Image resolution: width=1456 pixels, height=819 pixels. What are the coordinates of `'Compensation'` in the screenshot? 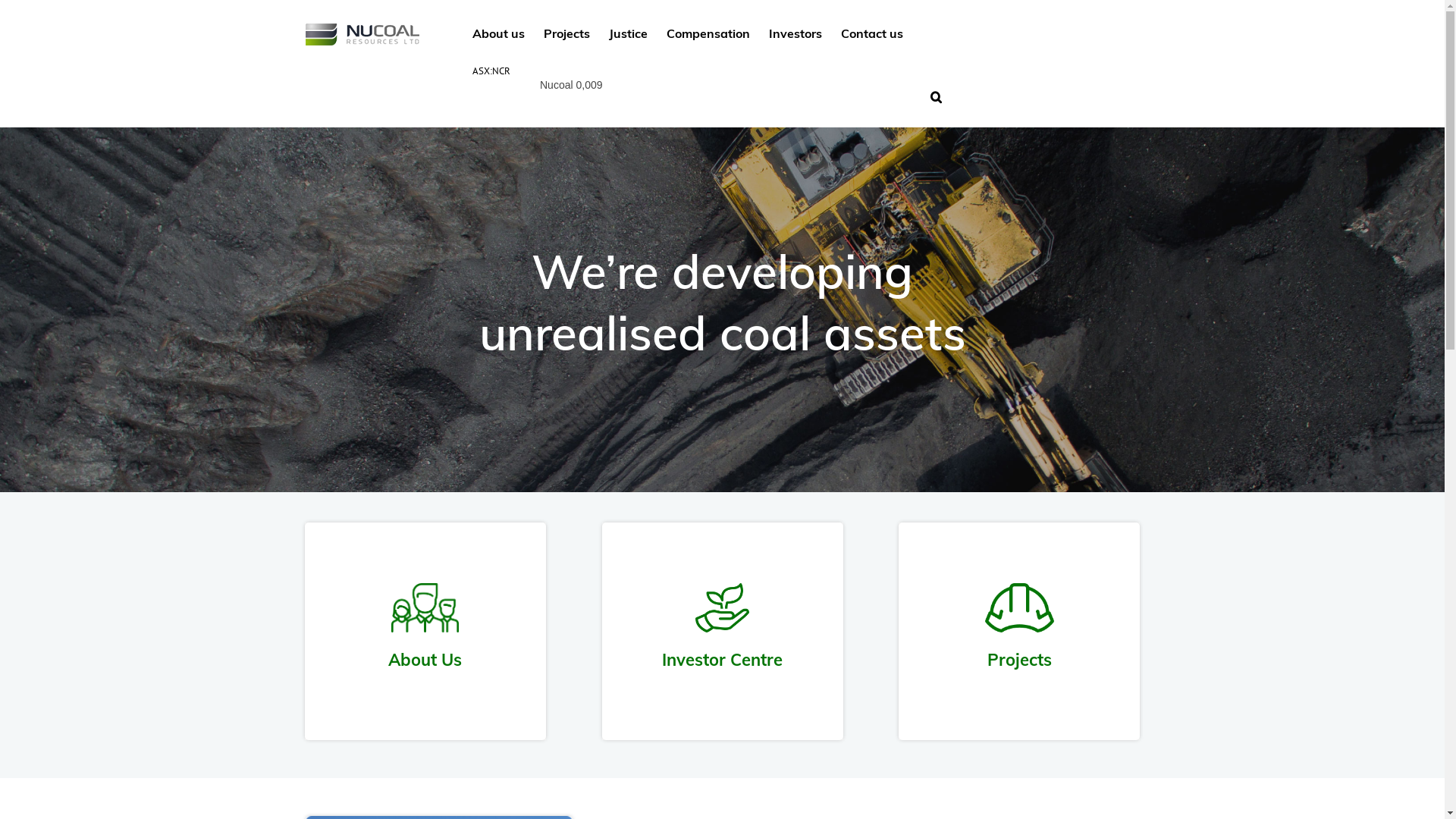 It's located at (706, 32).